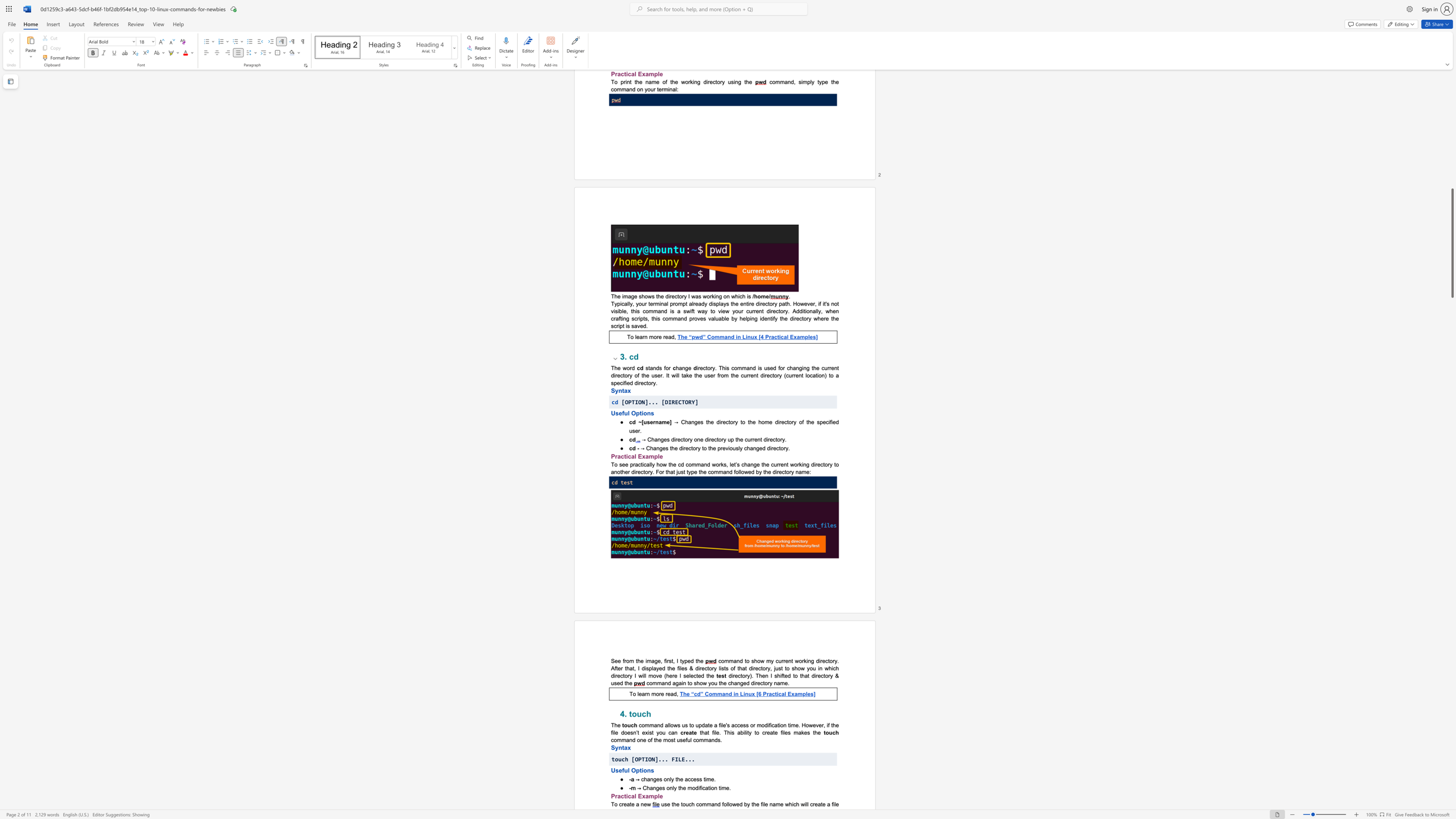  Describe the element at coordinates (796, 694) in the screenshot. I see `the 4th character "a" in the text` at that location.